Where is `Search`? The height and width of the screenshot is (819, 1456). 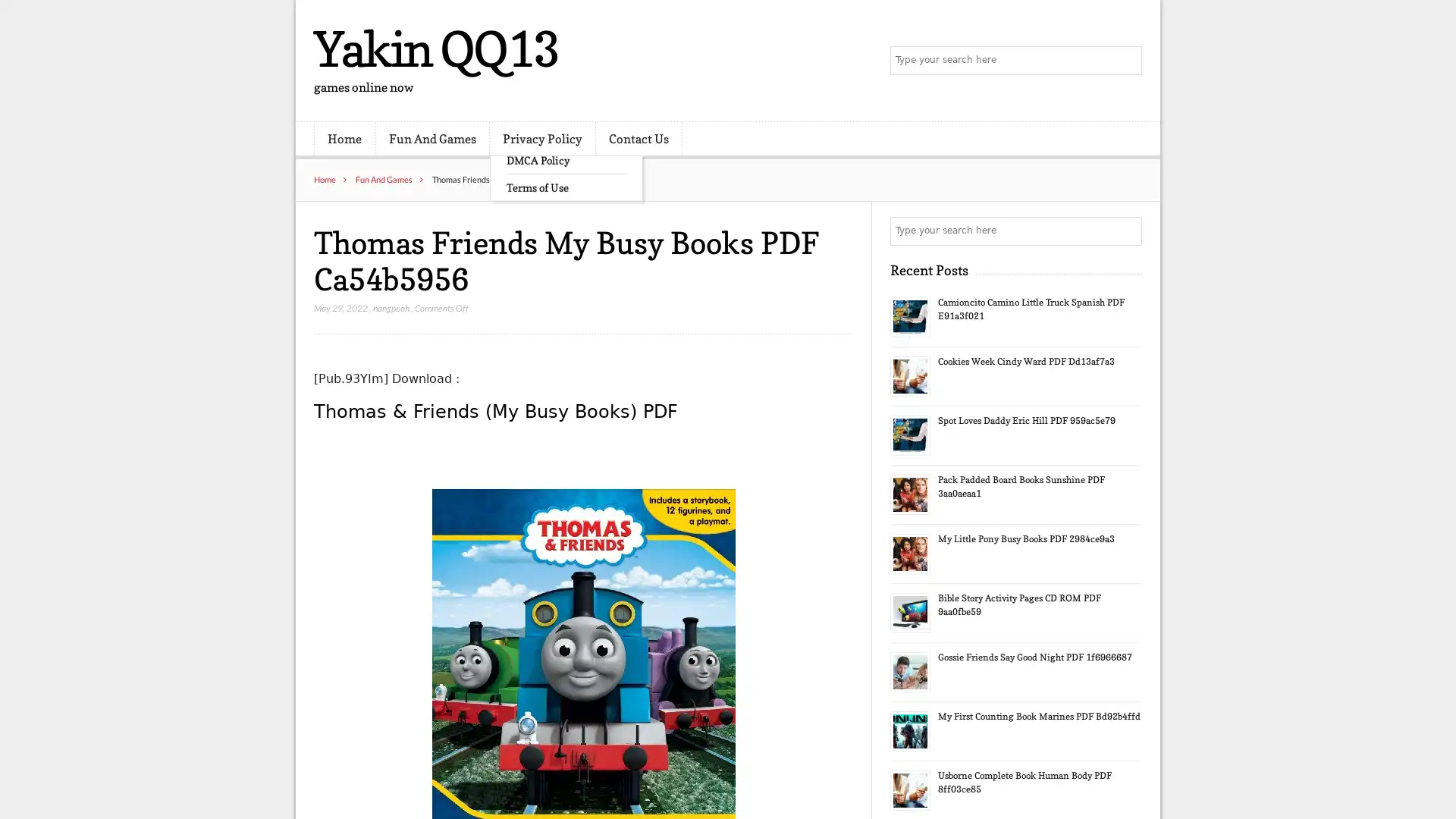
Search is located at coordinates (1126, 231).